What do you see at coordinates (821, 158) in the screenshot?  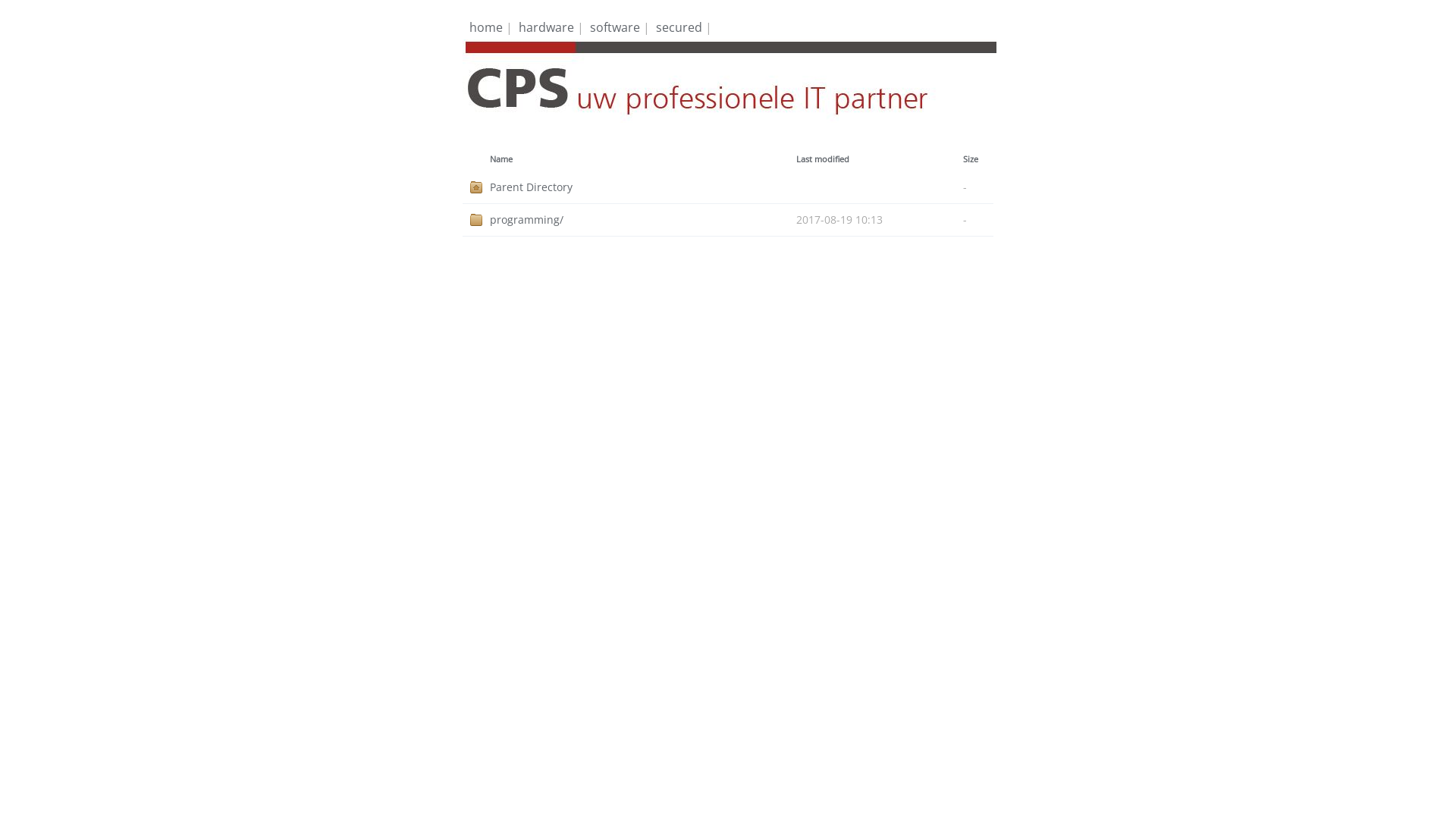 I see `'Last modified'` at bounding box center [821, 158].